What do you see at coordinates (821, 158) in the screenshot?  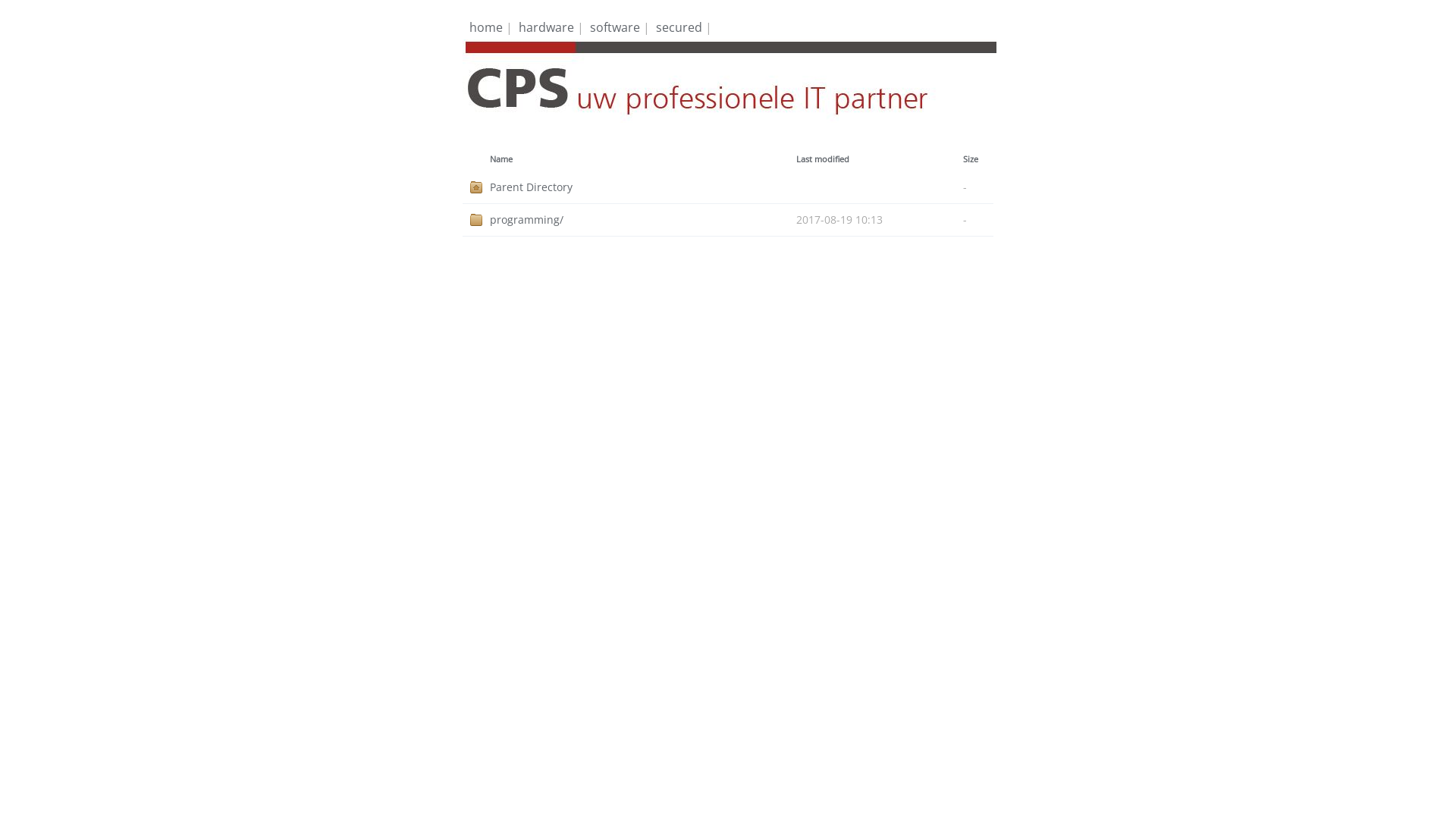 I see `'Last modified'` at bounding box center [821, 158].